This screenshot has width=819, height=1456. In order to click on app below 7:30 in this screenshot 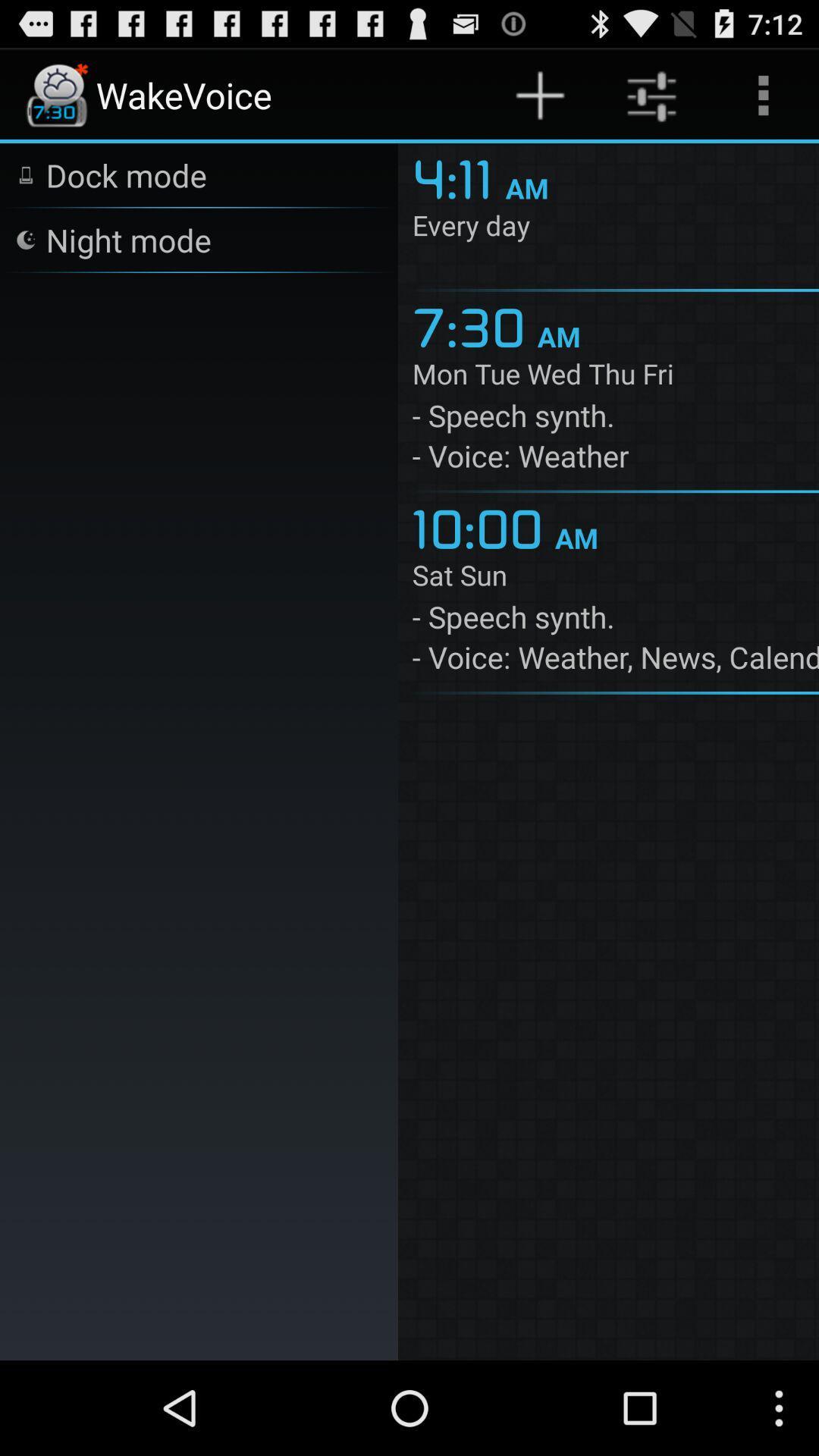, I will do `click(615, 377)`.